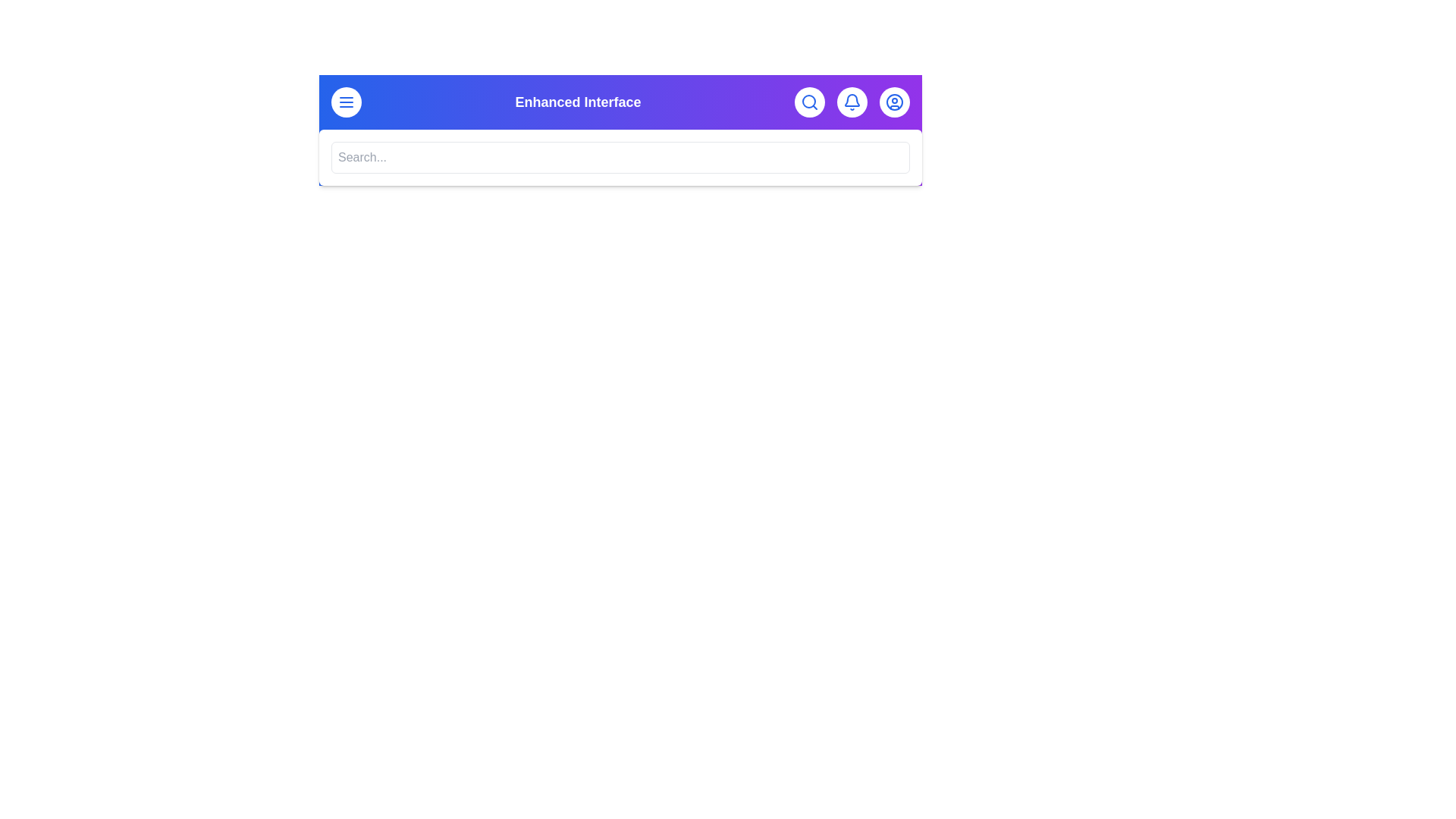 The height and width of the screenshot is (819, 1456). I want to click on the user icon to access the user profile, so click(895, 102).